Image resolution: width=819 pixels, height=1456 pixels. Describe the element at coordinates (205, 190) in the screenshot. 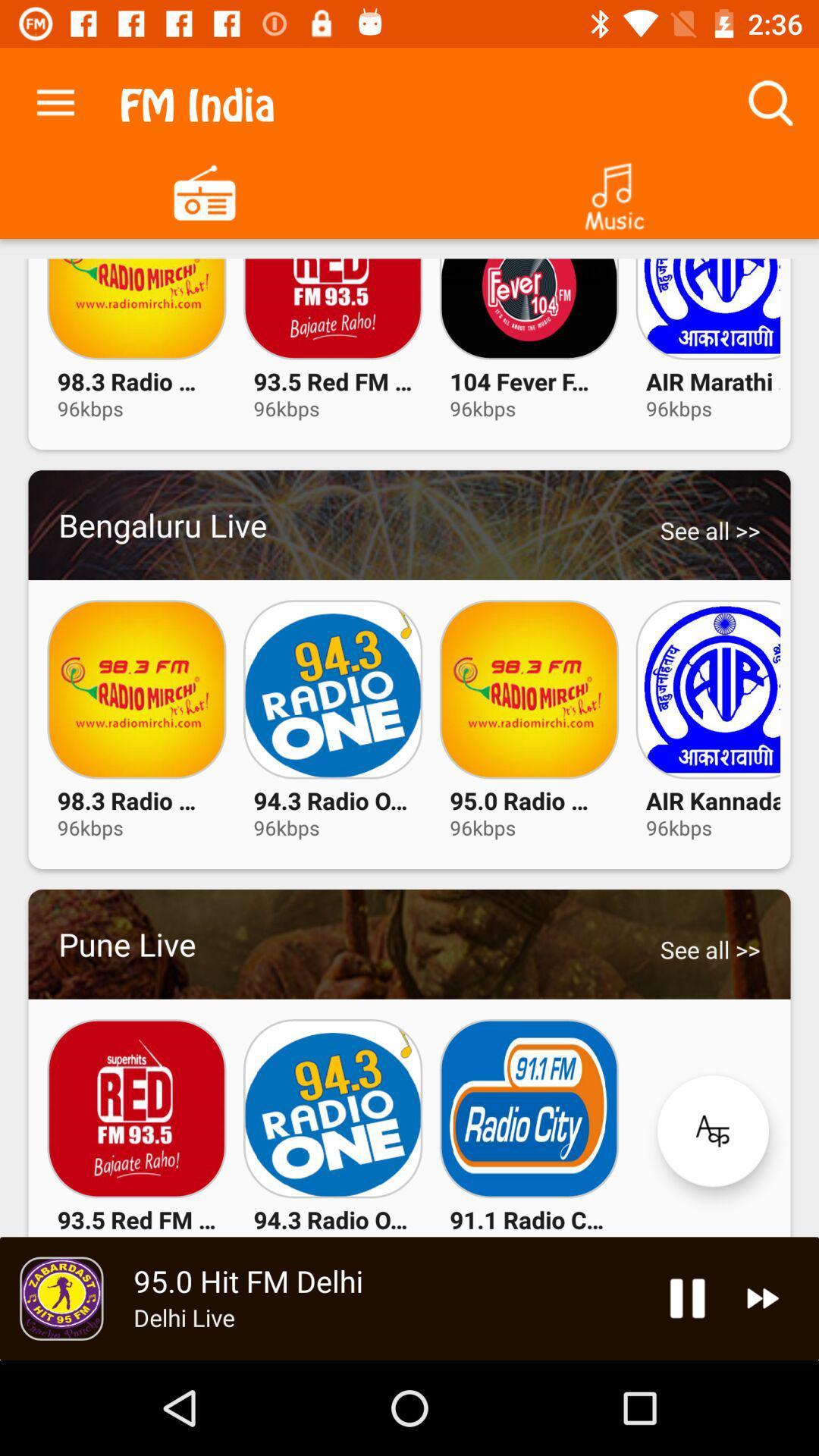

I see `goes to radio stations` at that location.